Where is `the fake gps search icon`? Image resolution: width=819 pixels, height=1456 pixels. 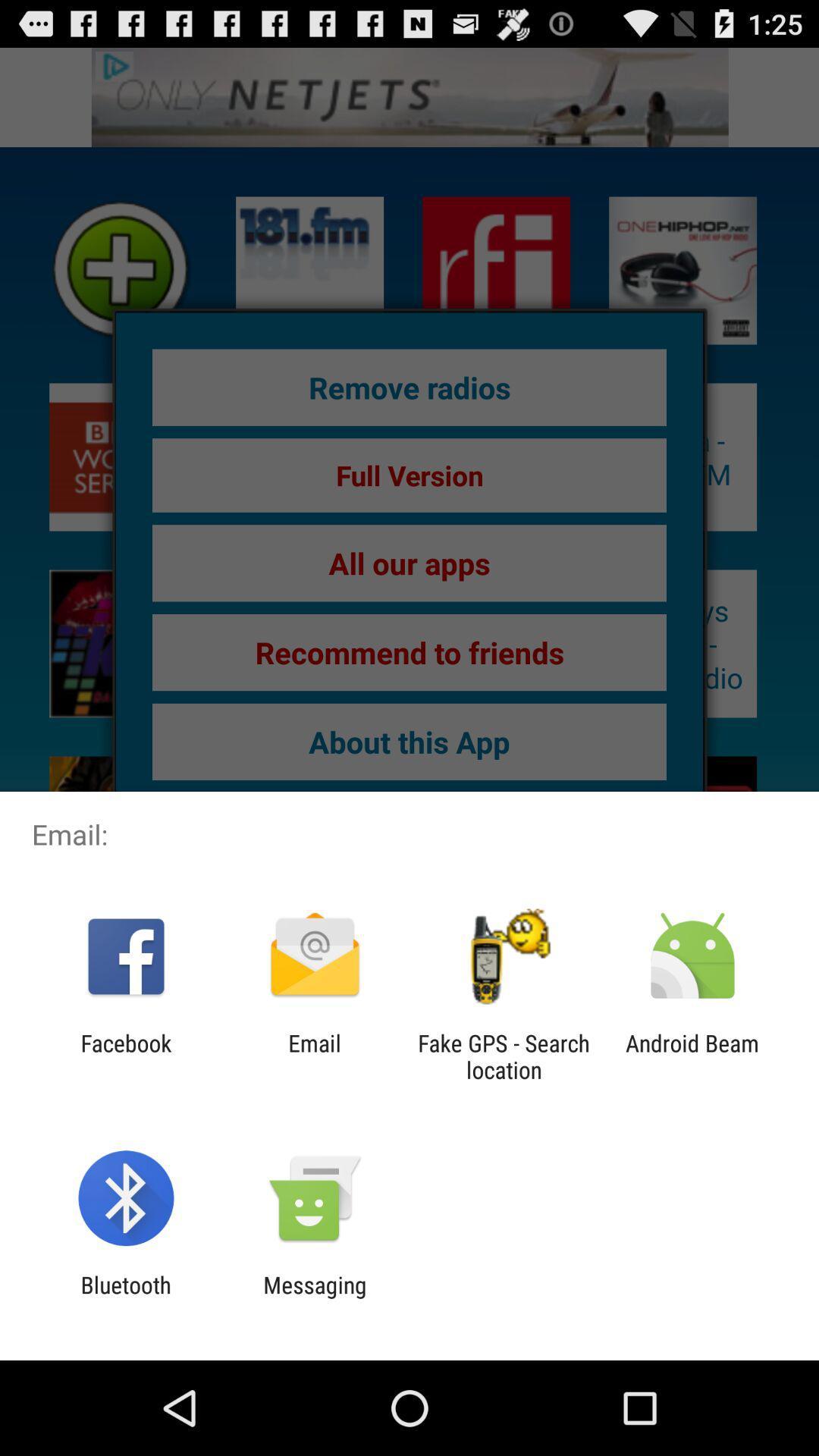
the fake gps search icon is located at coordinates (504, 1056).